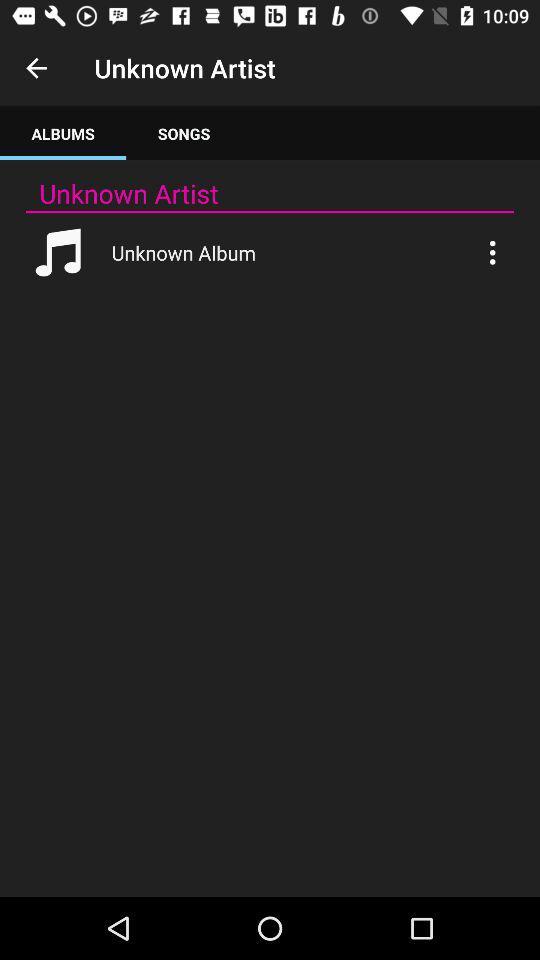 The height and width of the screenshot is (960, 540). What do you see at coordinates (36, 68) in the screenshot?
I see `the icon above the albums app` at bounding box center [36, 68].